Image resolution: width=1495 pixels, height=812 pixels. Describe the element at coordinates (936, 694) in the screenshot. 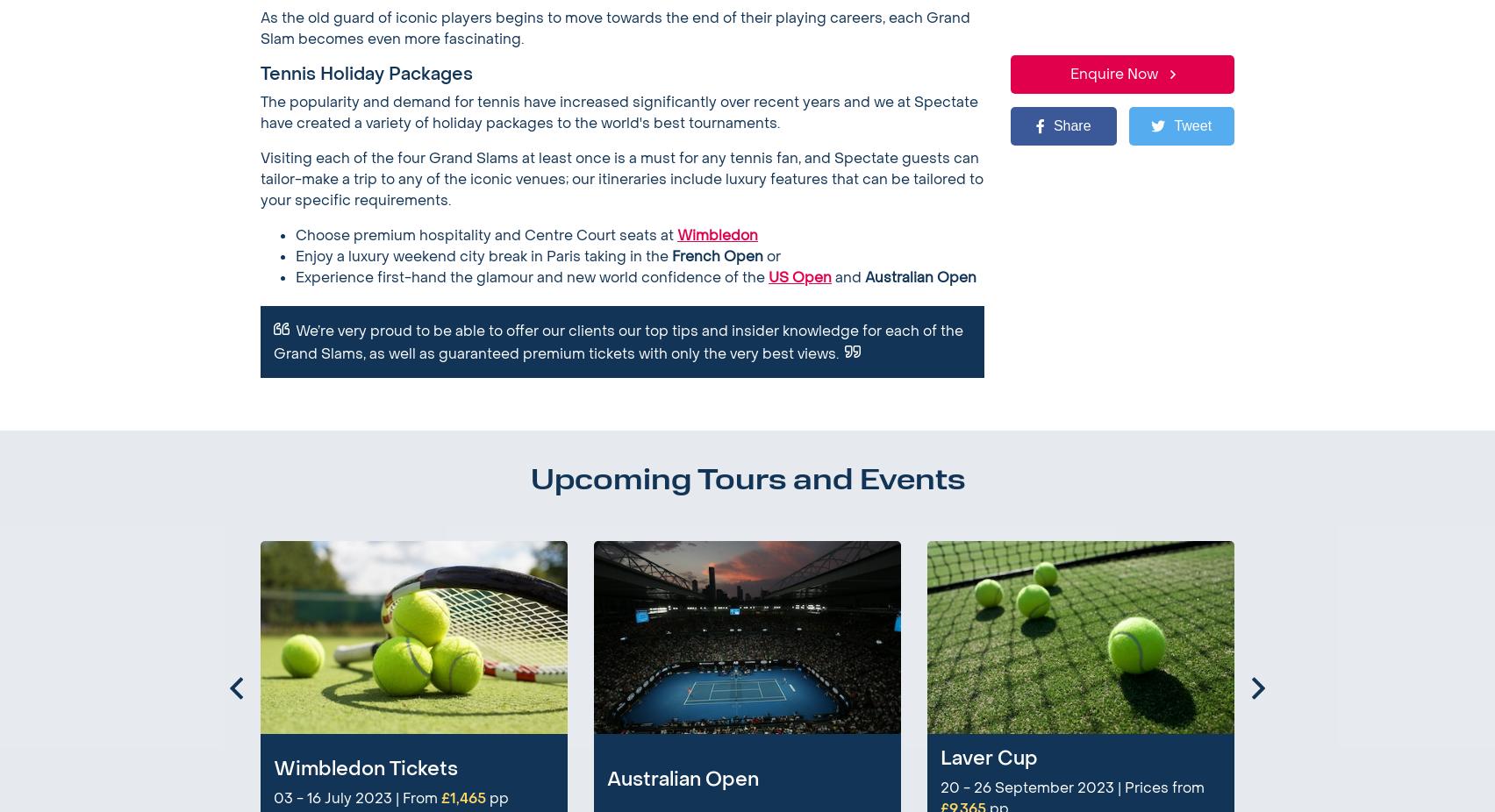

I see `'Follow us and share your adventure'` at that location.